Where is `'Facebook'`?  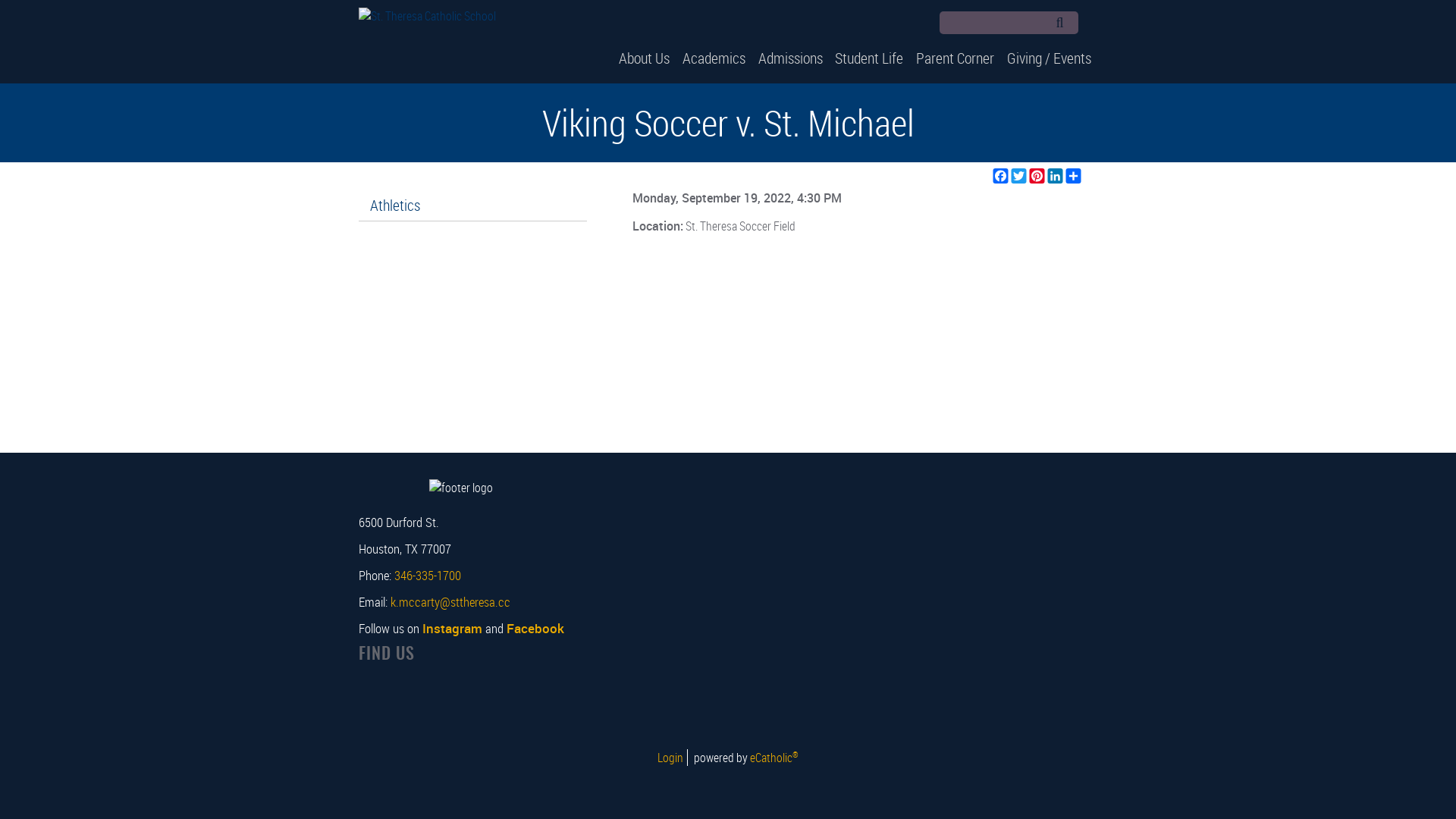
'Facebook' is located at coordinates (535, 628).